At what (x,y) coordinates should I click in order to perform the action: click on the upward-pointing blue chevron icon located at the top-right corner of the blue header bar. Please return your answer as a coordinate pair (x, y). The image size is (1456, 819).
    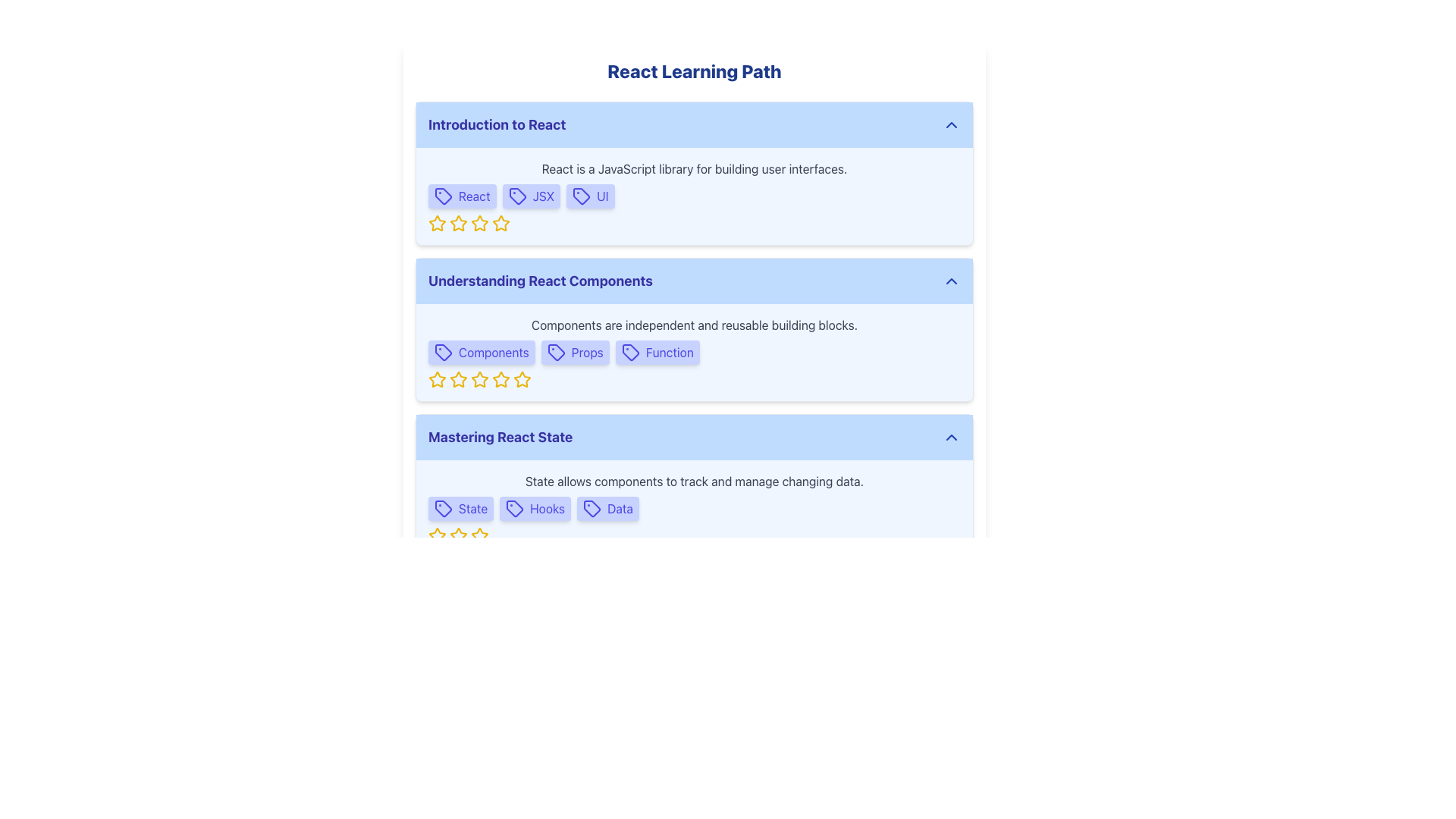
    Looking at the image, I should click on (950, 124).